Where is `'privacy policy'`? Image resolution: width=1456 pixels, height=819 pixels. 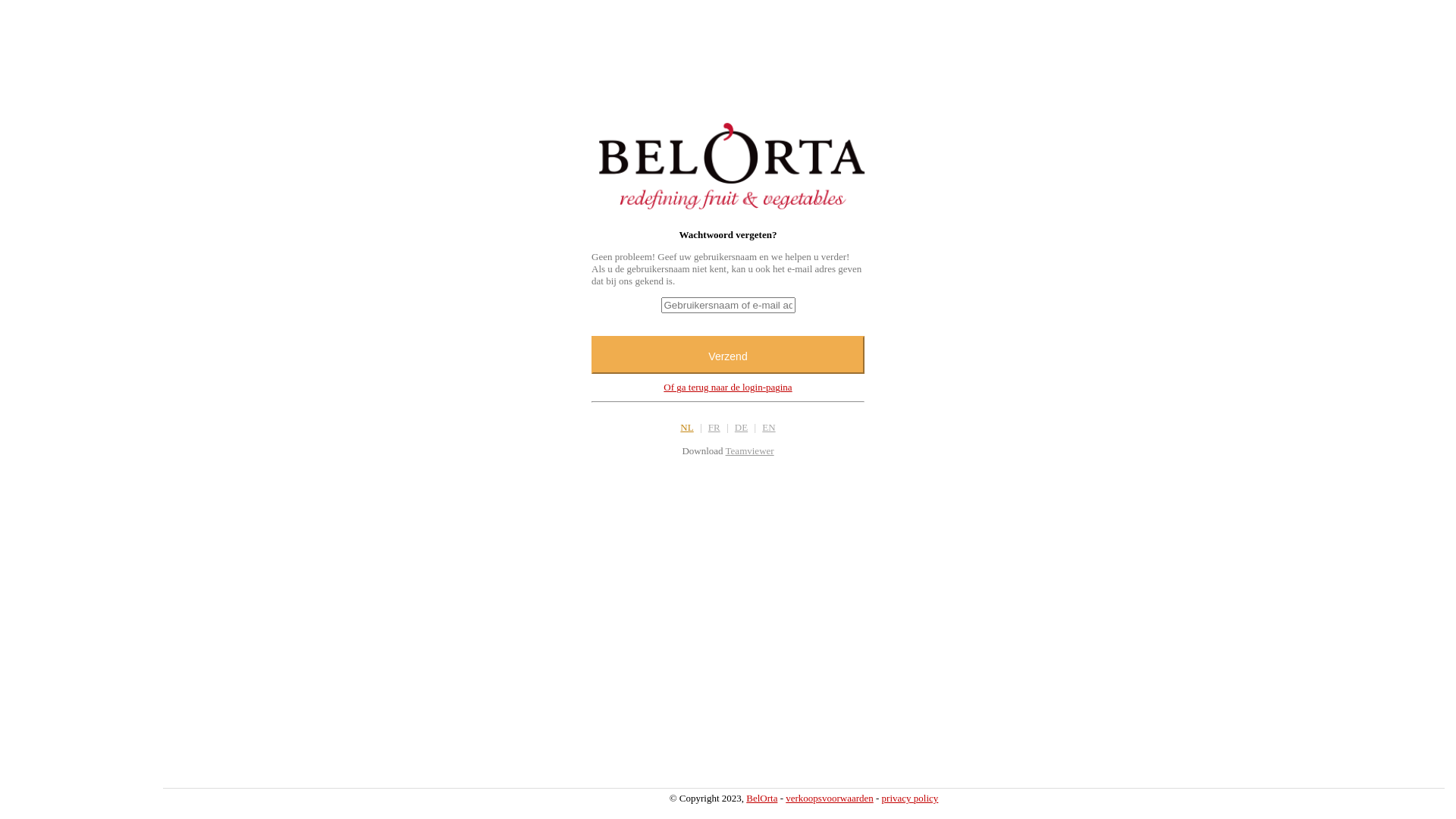 'privacy policy' is located at coordinates (910, 797).